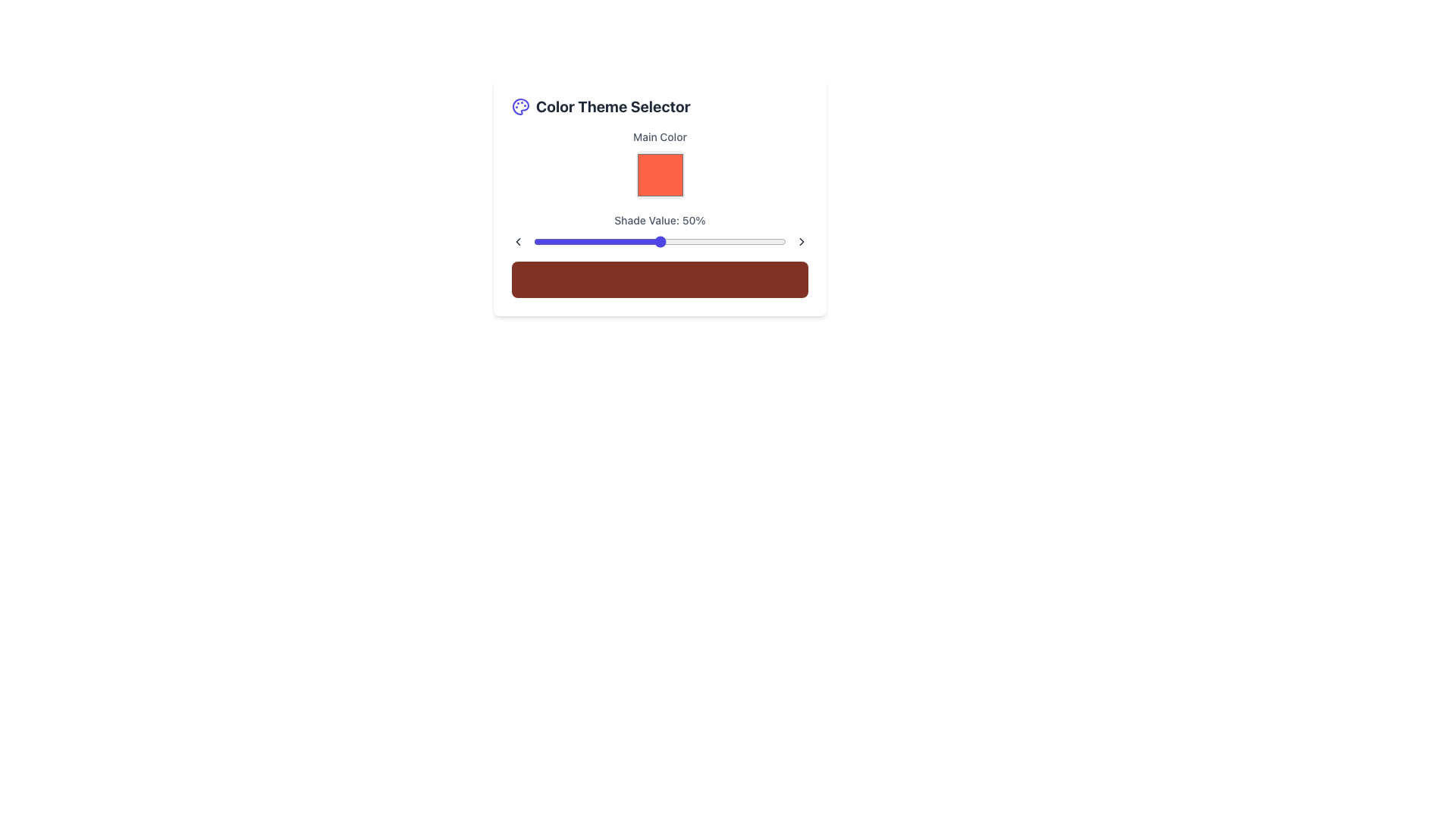 The image size is (1456, 819). I want to click on the shade value, so click(573, 241).